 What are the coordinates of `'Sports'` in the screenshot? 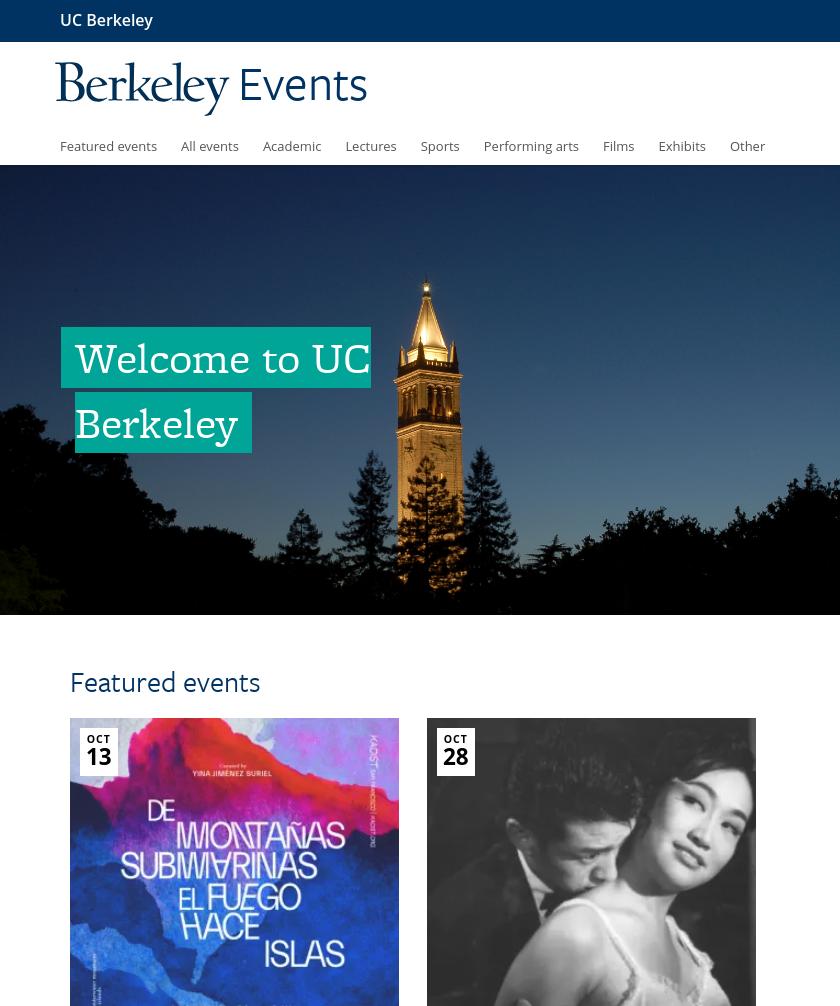 It's located at (439, 144).